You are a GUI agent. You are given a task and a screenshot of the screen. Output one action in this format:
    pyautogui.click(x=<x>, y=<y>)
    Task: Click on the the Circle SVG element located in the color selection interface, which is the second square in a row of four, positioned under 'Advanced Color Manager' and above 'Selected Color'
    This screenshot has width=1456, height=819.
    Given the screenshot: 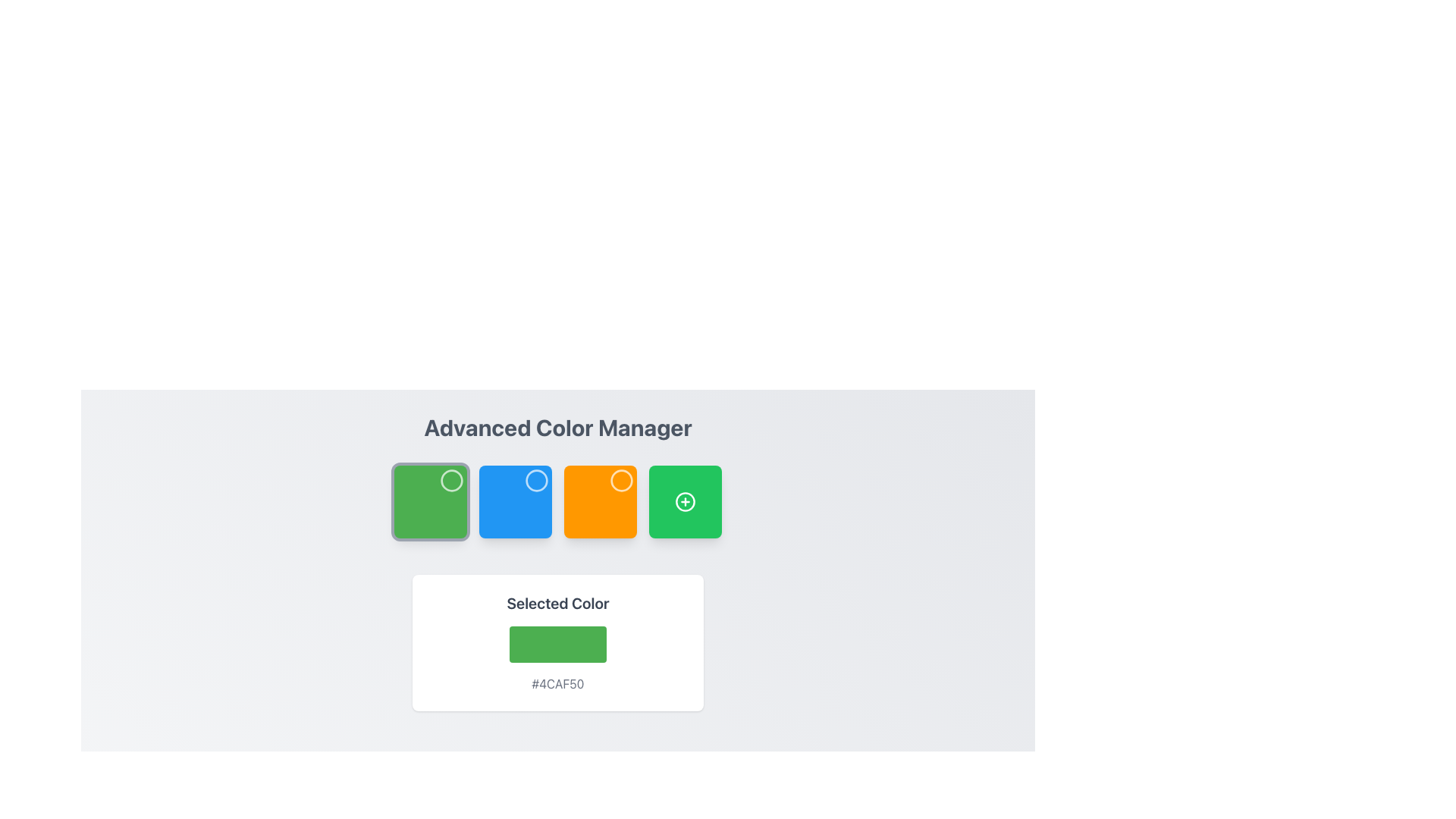 What is the action you would take?
    pyautogui.click(x=537, y=480)
    